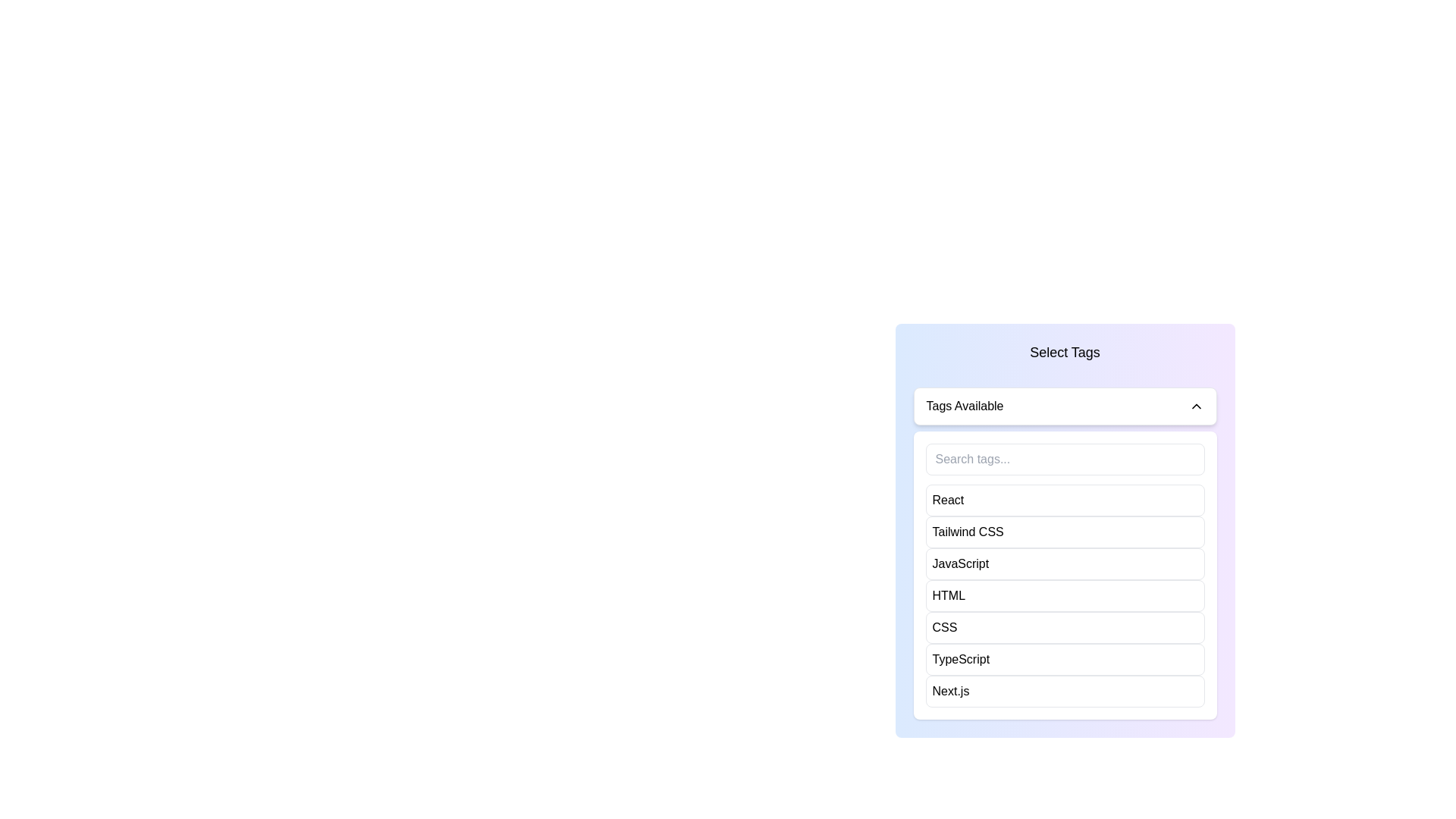  Describe the element at coordinates (949, 691) in the screenshot. I see `the 'Next.js' text label located at the bottom of the dropdown list` at that location.